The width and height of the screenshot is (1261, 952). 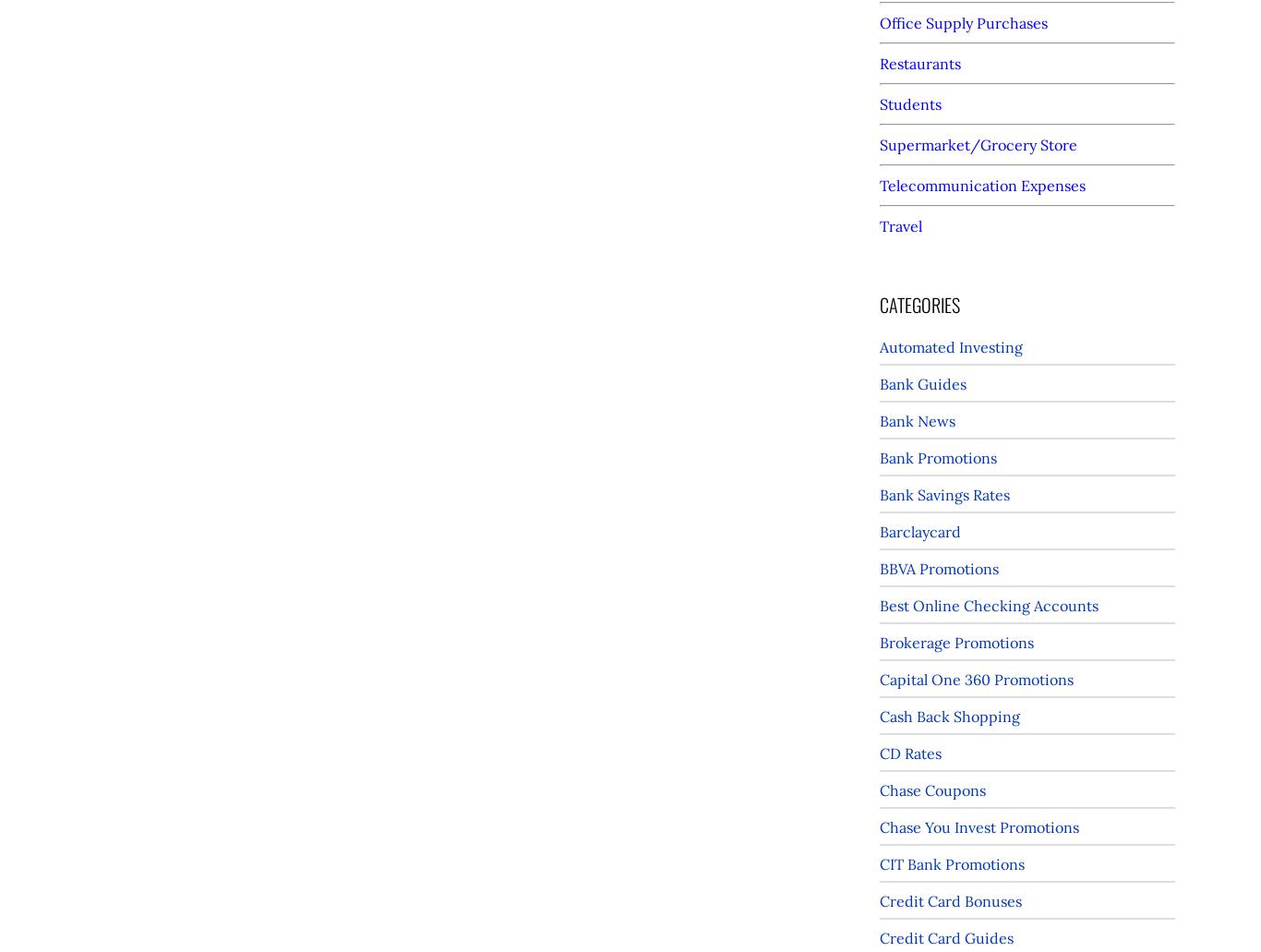 I want to click on 'Chase Coupons', so click(x=932, y=790).